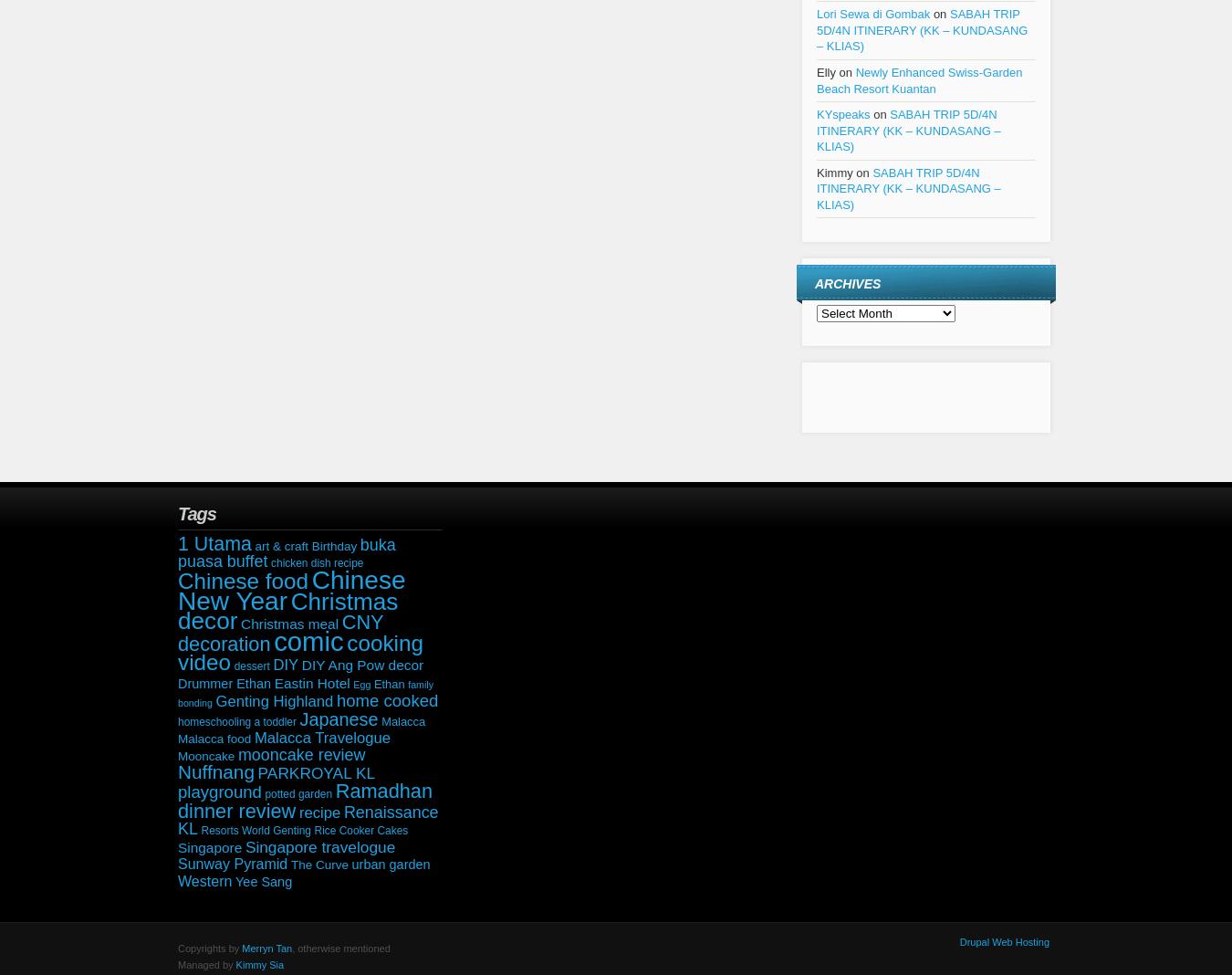  What do you see at coordinates (360, 830) in the screenshot?
I see `'Rice Cooker Cakes'` at bounding box center [360, 830].